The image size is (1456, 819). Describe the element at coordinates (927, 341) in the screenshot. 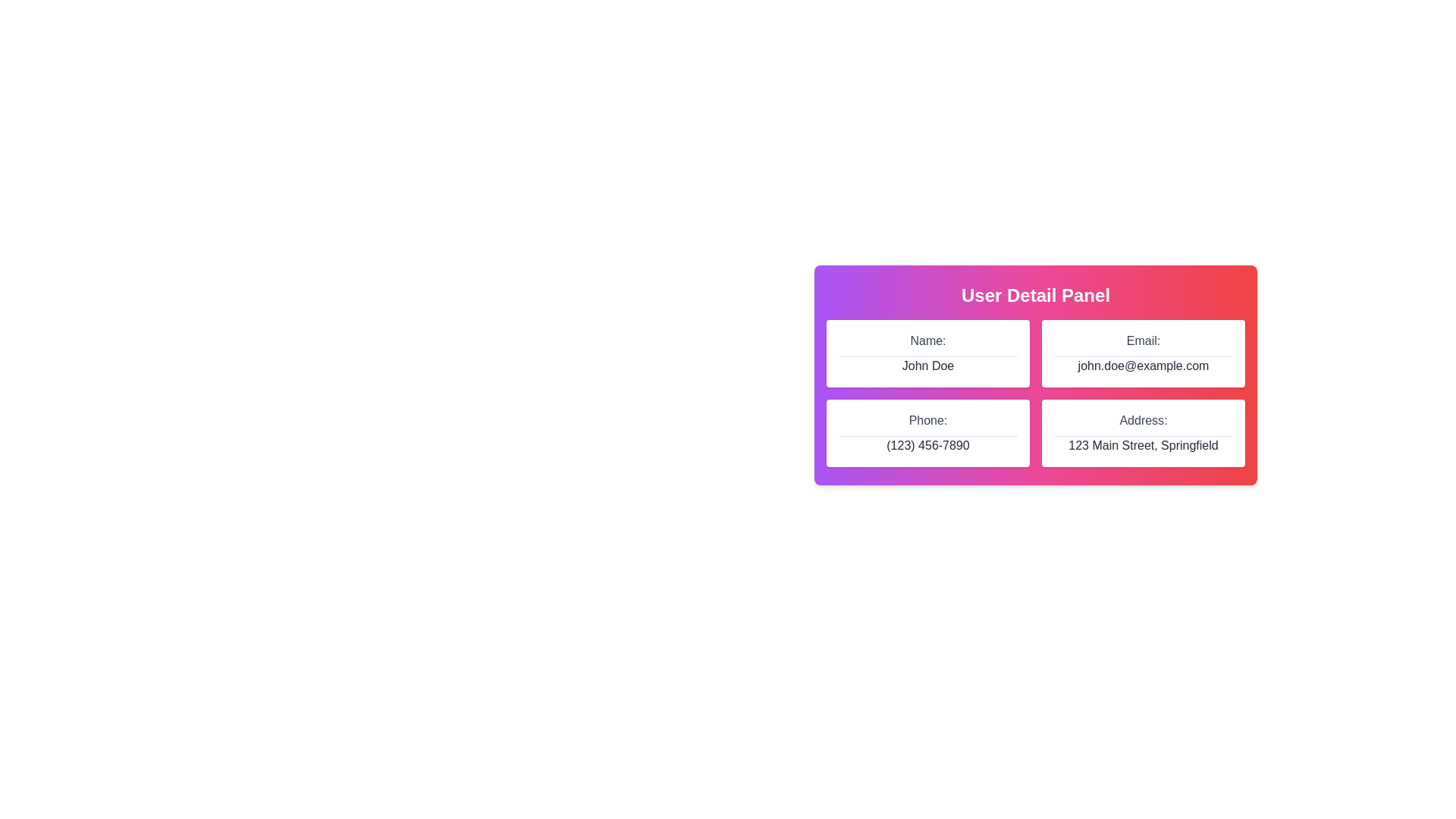

I see `the name label located at the top-left corner of the user details card` at that location.